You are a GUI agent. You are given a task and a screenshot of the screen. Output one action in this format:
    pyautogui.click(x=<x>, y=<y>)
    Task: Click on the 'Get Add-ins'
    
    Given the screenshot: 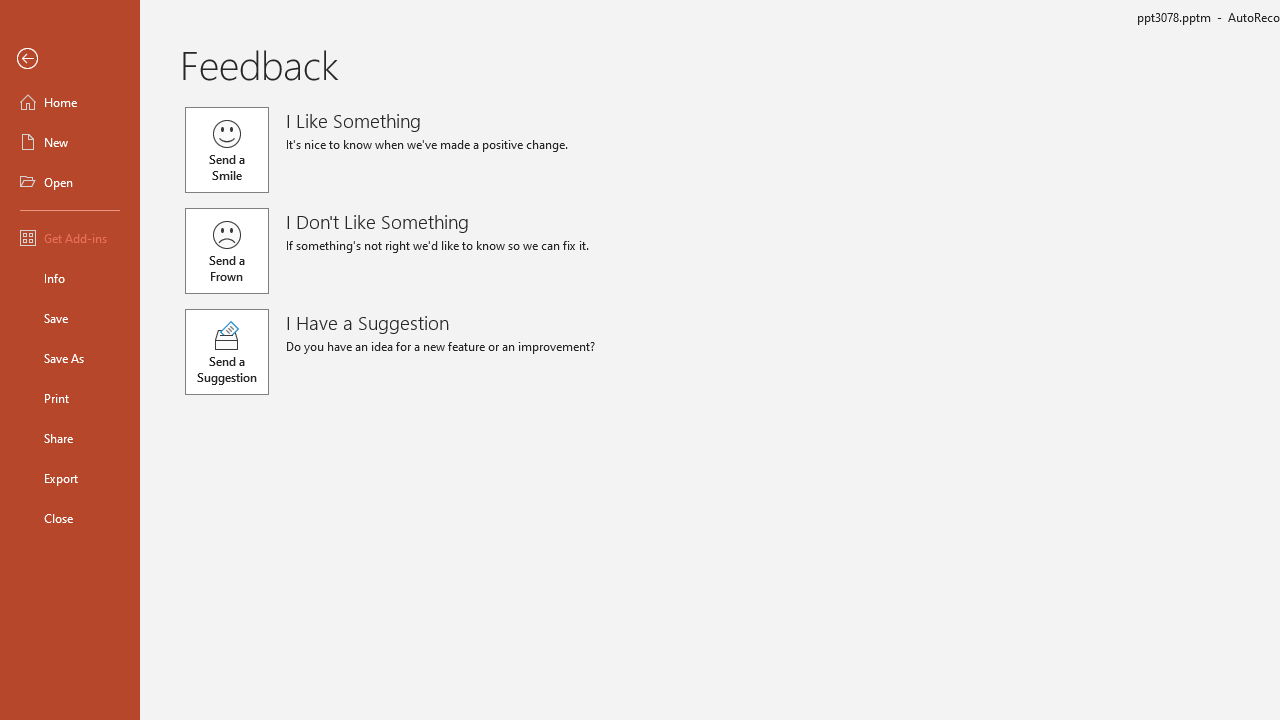 What is the action you would take?
    pyautogui.click(x=69, y=236)
    